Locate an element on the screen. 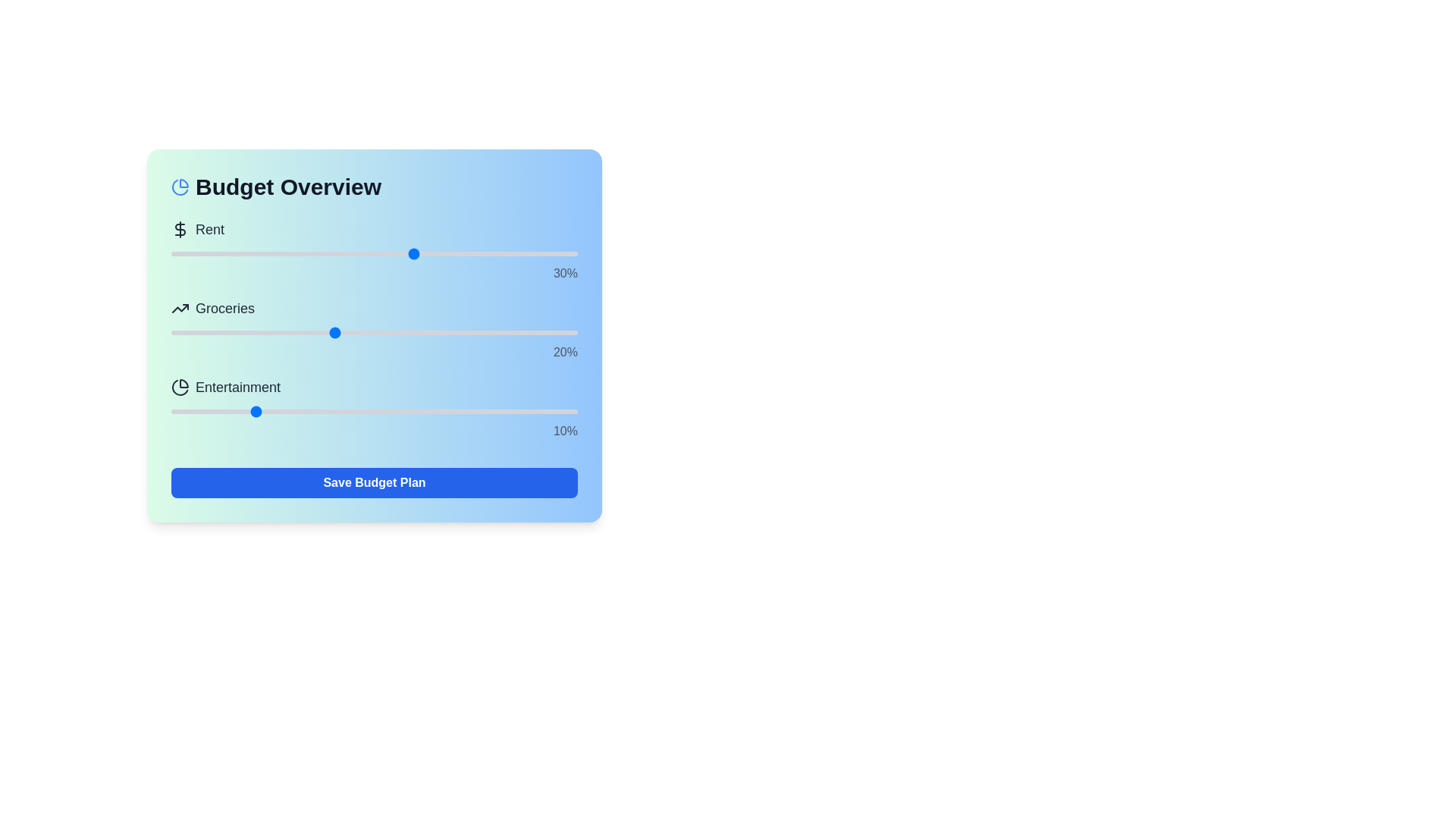 This screenshot has height=819, width=1456. the 'Entertainment' slider is located at coordinates (316, 412).